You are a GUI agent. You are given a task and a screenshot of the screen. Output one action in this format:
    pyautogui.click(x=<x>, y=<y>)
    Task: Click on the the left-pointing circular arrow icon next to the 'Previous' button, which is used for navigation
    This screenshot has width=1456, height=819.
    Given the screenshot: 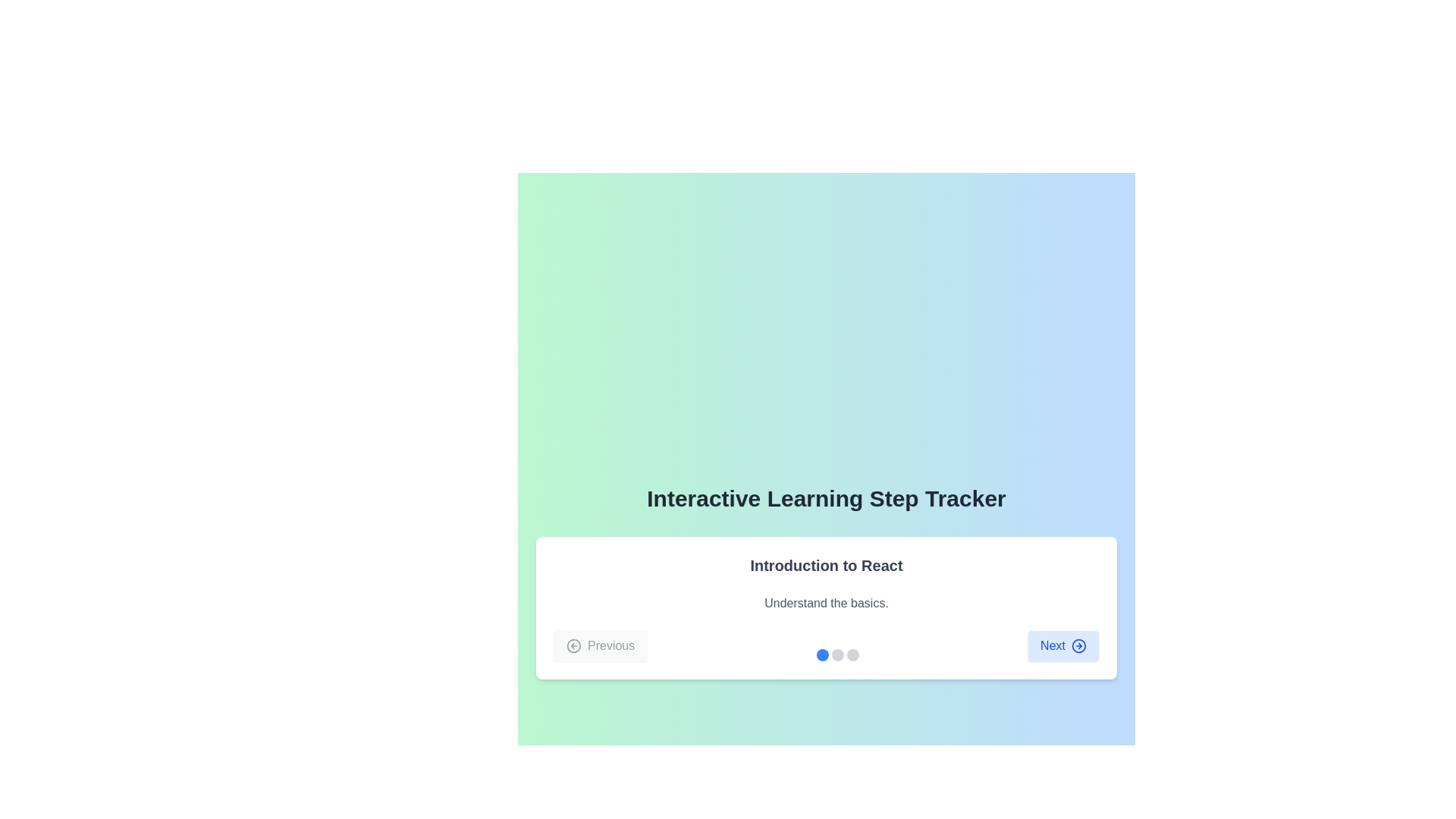 What is the action you would take?
    pyautogui.click(x=573, y=646)
    